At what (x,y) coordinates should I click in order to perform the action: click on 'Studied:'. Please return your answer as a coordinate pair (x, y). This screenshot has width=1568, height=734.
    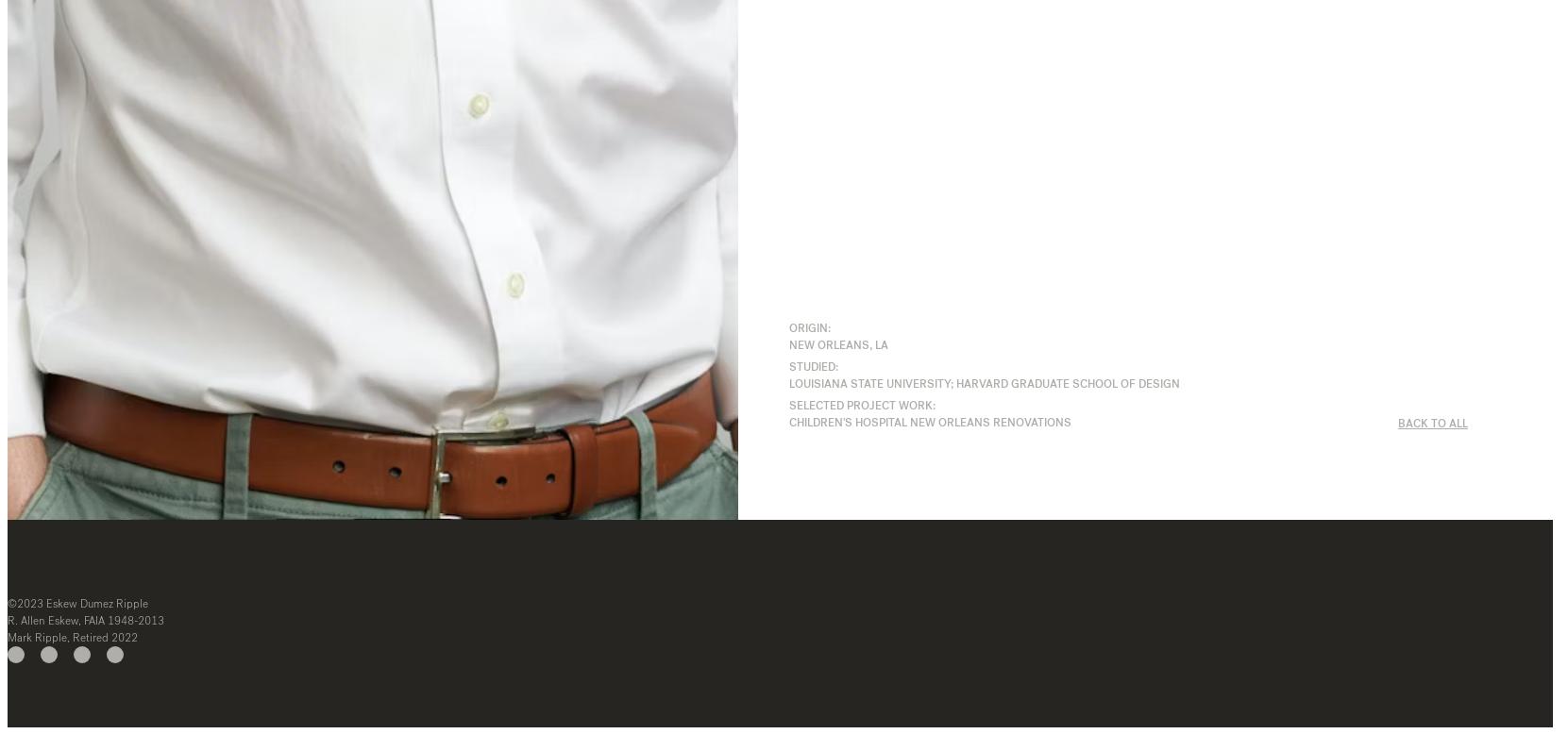
    Looking at the image, I should click on (787, 364).